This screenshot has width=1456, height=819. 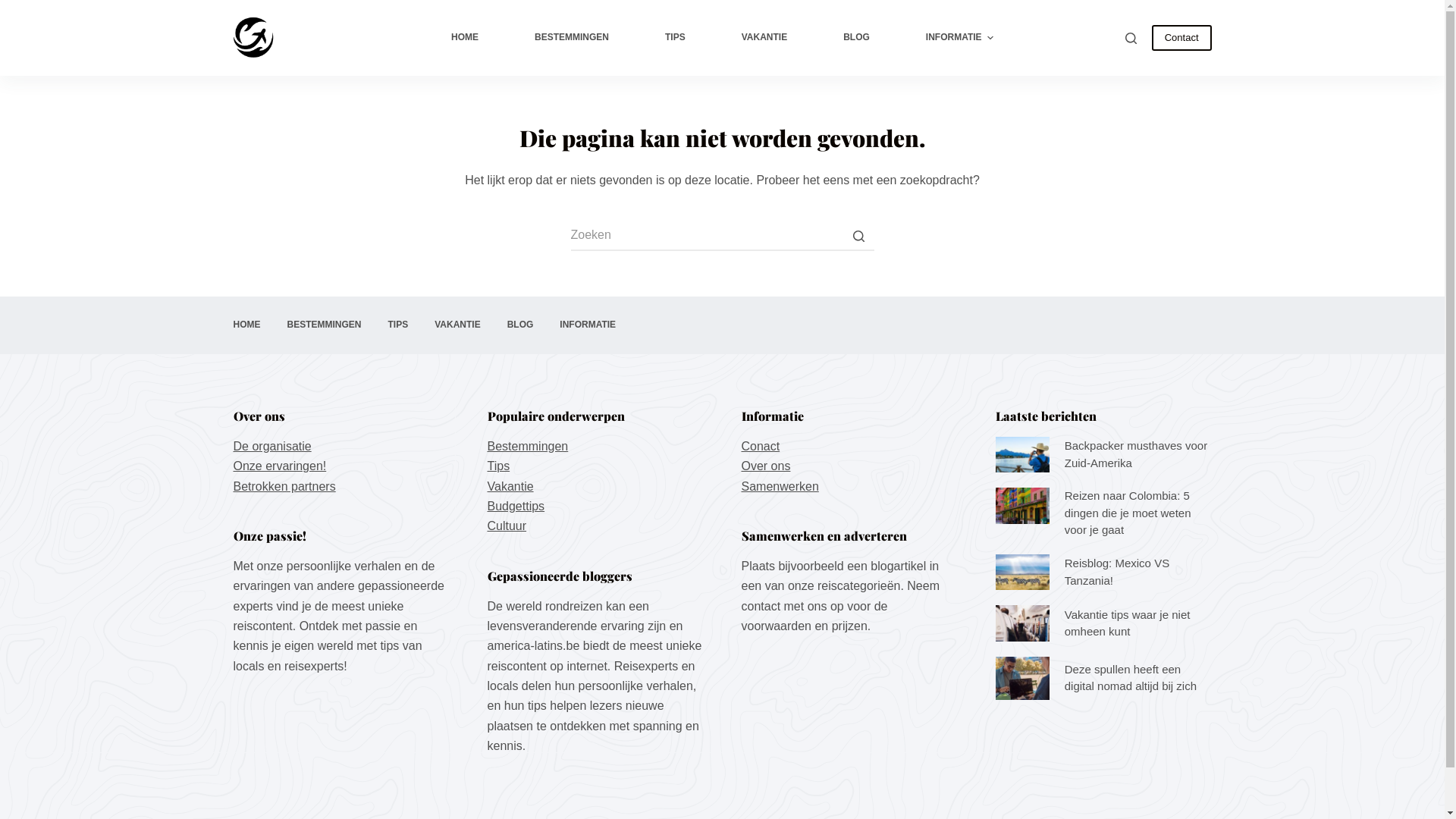 I want to click on 'Tips', so click(x=498, y=465).